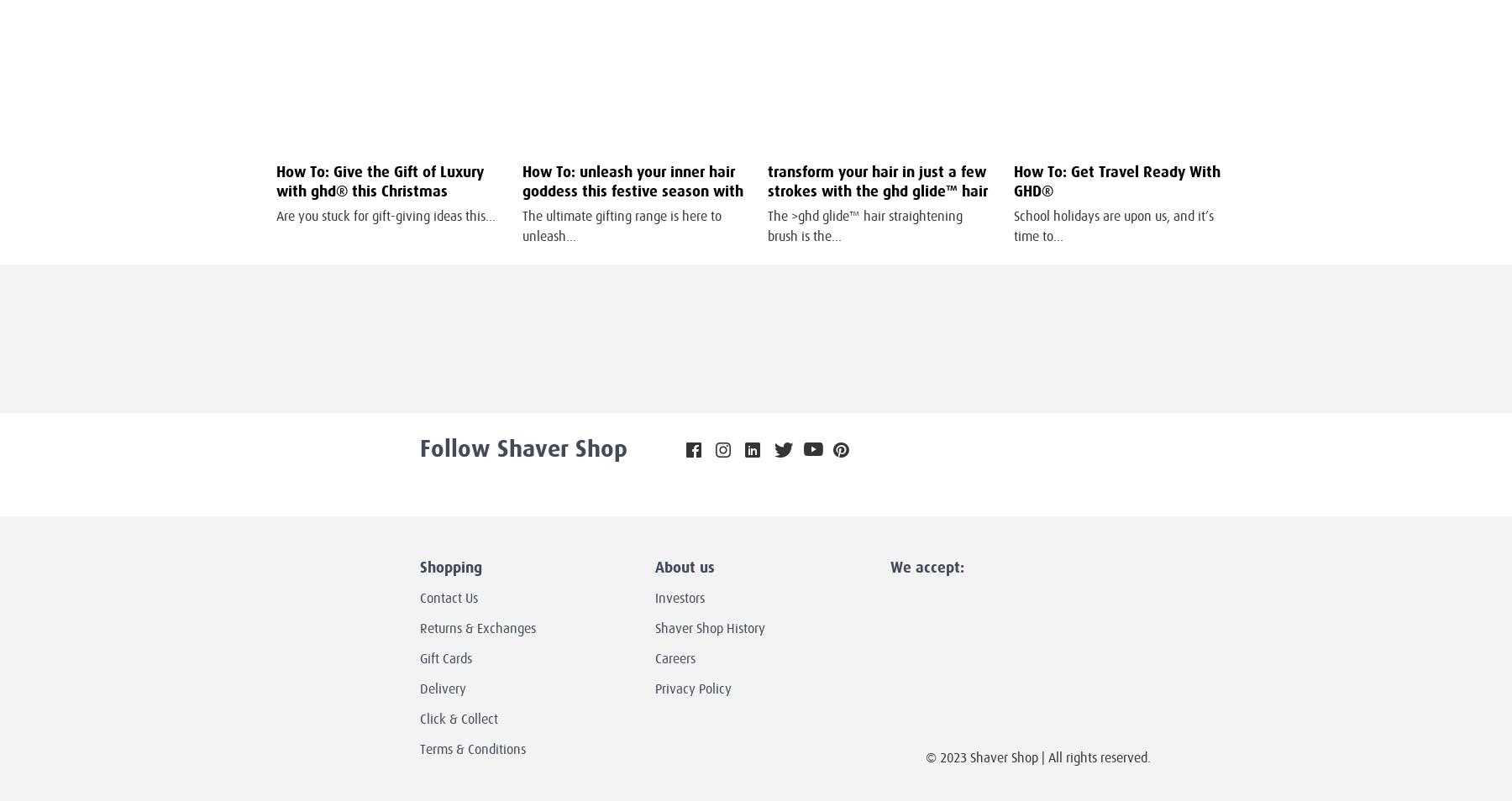 This screenshot has height=801, width=1512. I want to click on 'Sign up for the latest news, exclusive offers & grooming tips for', so click(501, 344).